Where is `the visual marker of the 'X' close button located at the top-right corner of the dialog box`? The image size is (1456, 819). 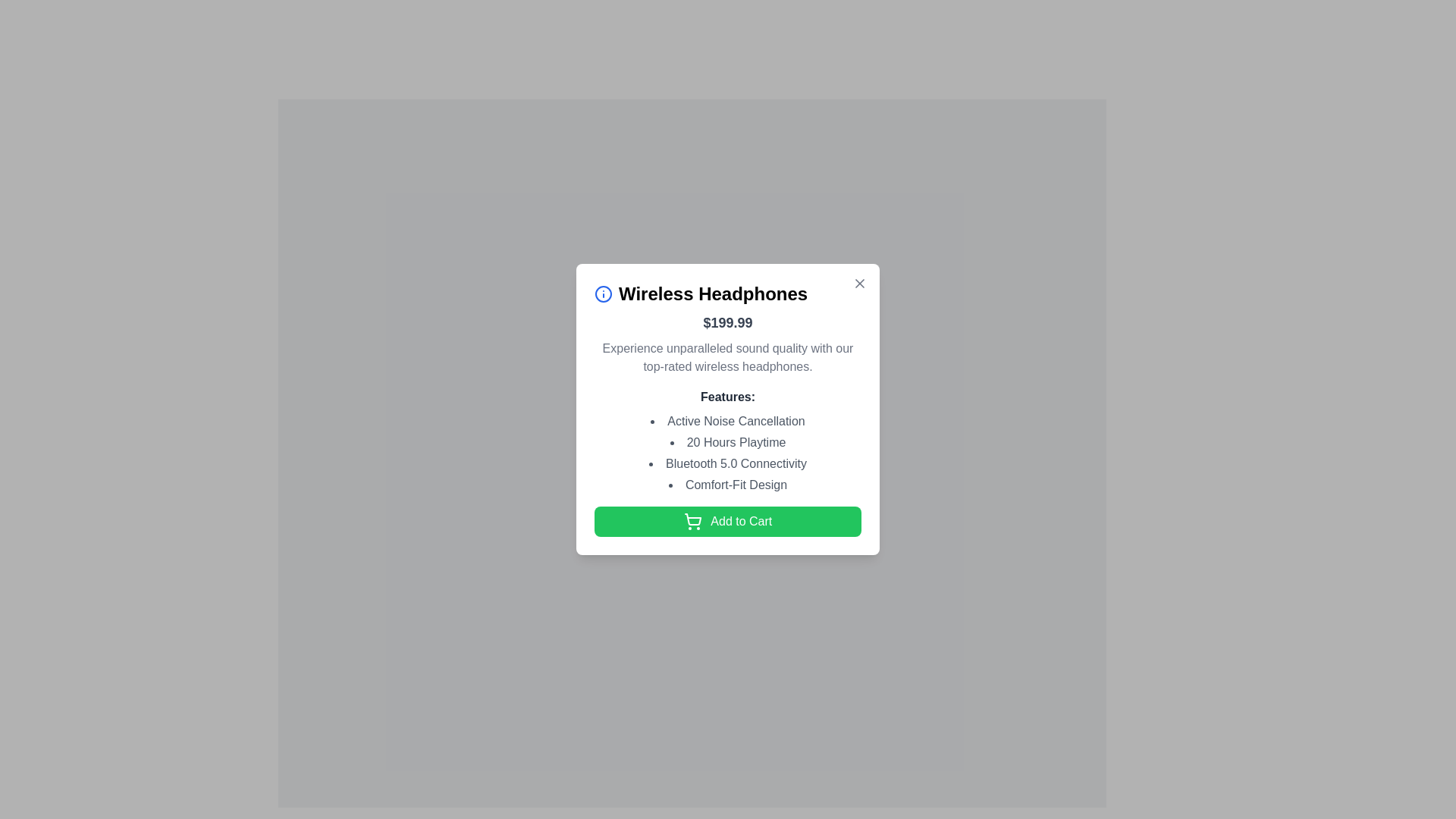 the visual marker of the 'X' close button located at the top-right corner of the dialog box is located at coordinates (859, 283).